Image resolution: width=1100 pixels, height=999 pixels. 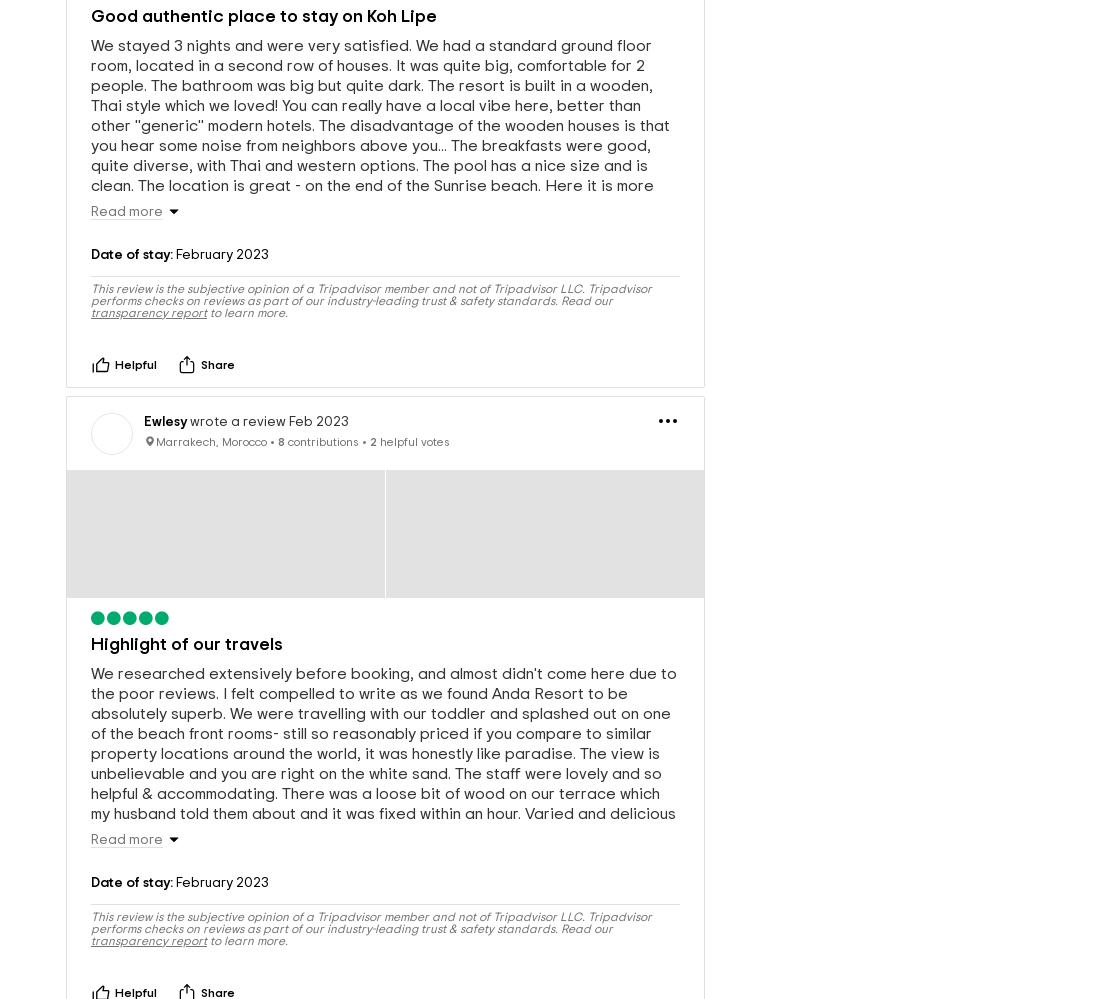 I want to click on 'Marrakech, Morocco', so click(x=211, y=407).